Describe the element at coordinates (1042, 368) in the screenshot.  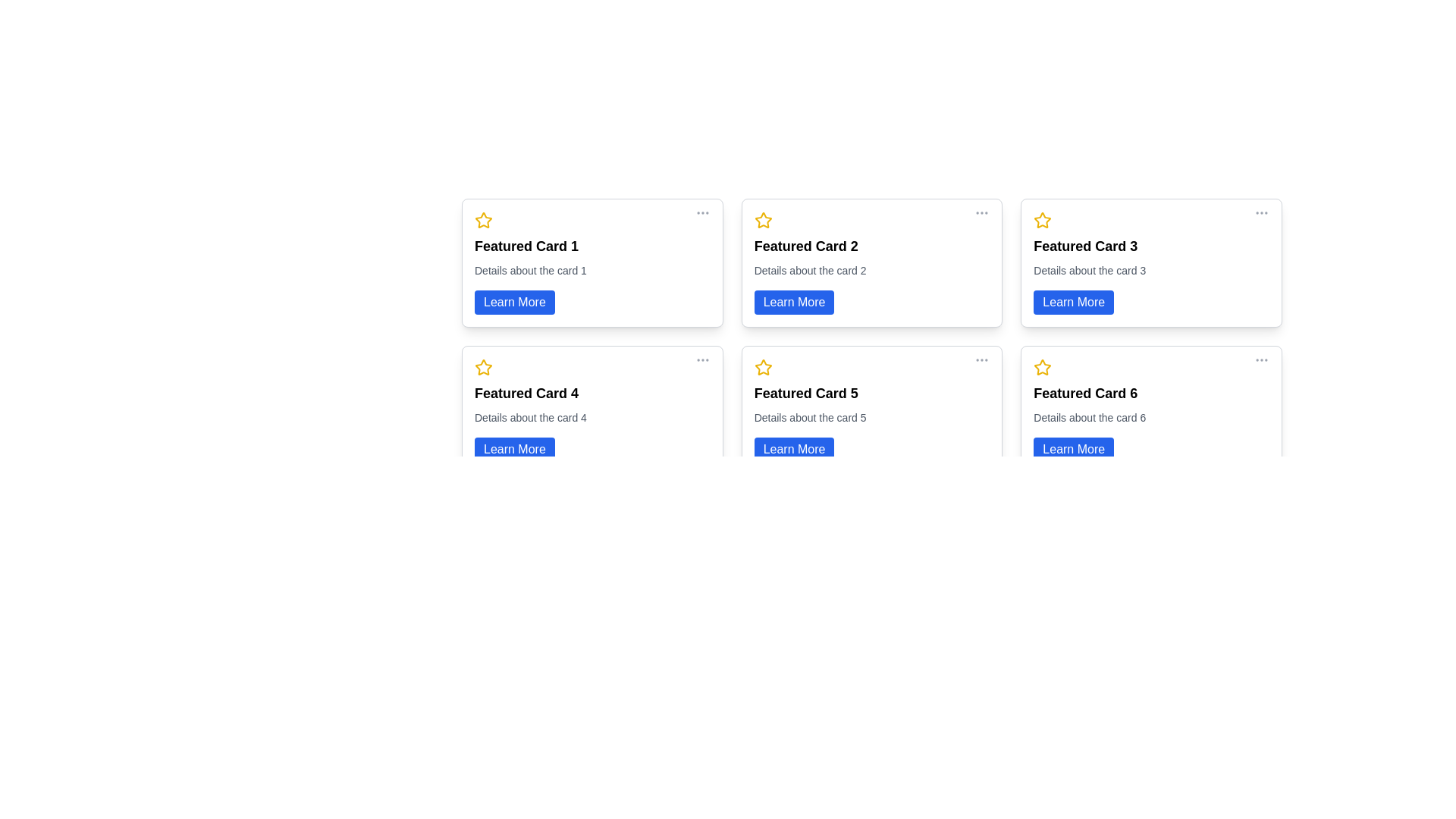
I see `the star icon located at the top left corner of the 'Featured Card 6', indicating its priority or featured status` at that location.